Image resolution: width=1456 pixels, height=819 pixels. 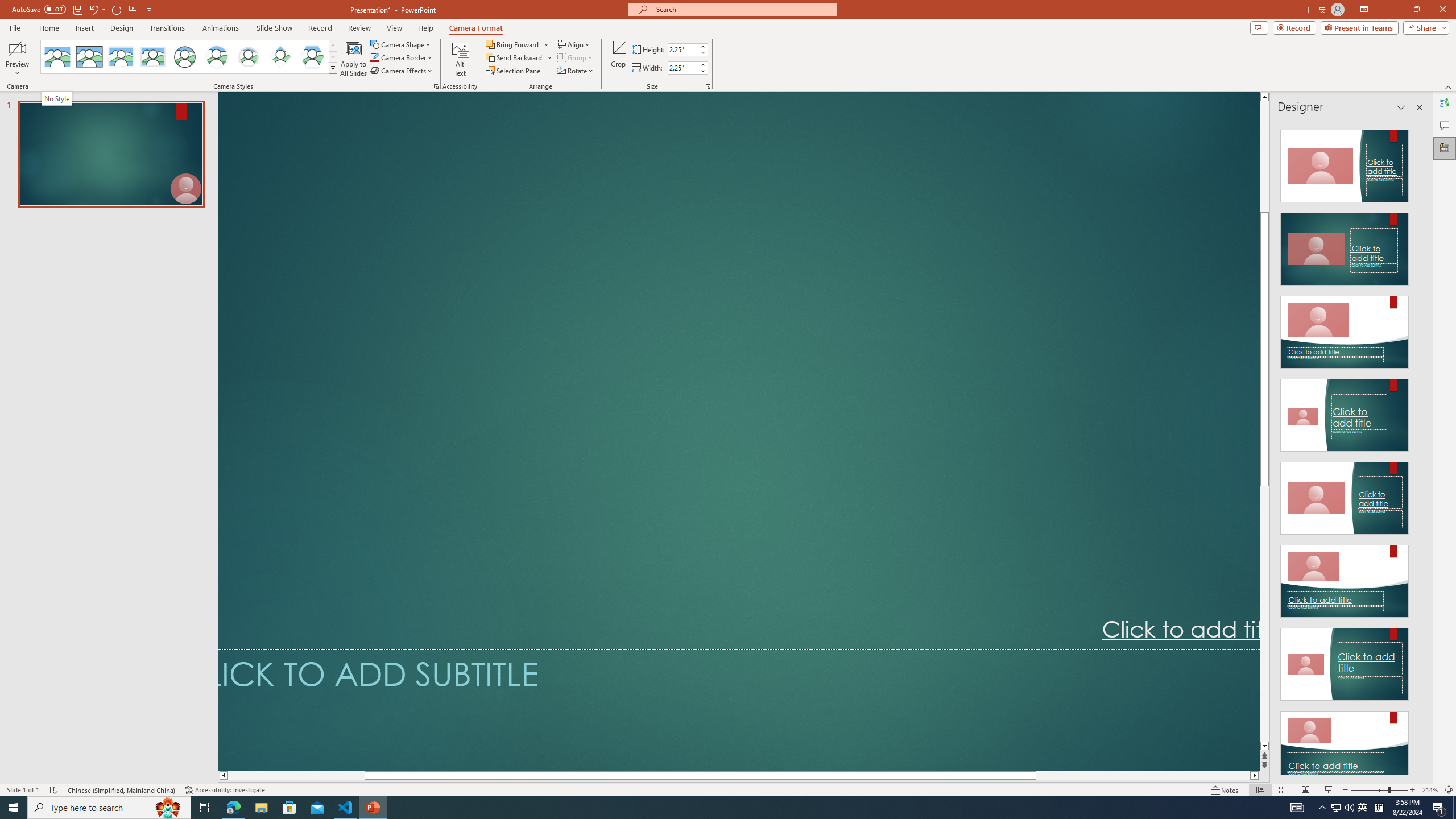 I want to click on 'Selection Pane...', so click(x=513, y=69).